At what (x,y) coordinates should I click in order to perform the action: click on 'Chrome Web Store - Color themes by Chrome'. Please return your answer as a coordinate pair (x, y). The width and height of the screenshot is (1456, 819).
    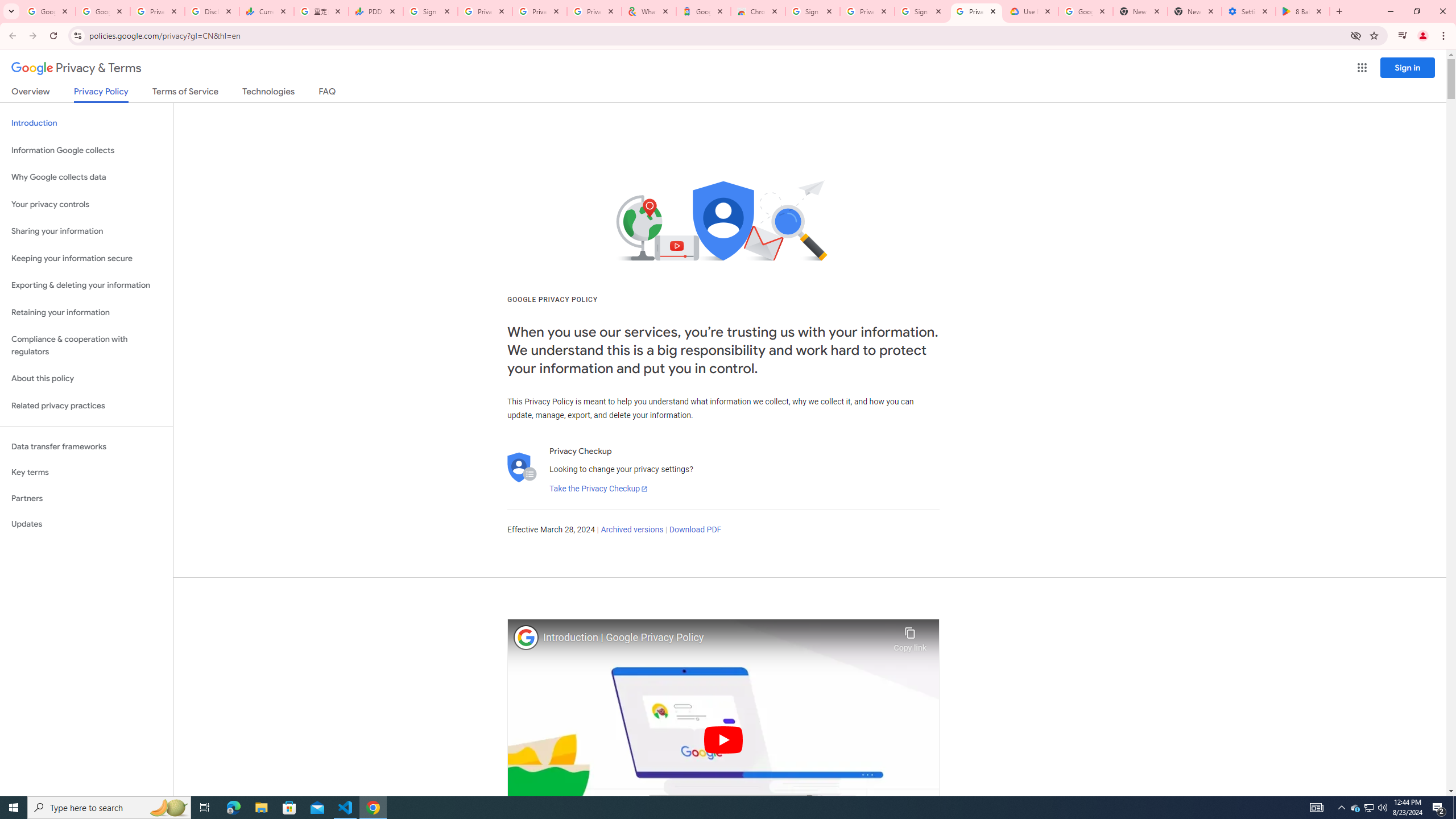
    Looking at the image, I should click on (758, 11).